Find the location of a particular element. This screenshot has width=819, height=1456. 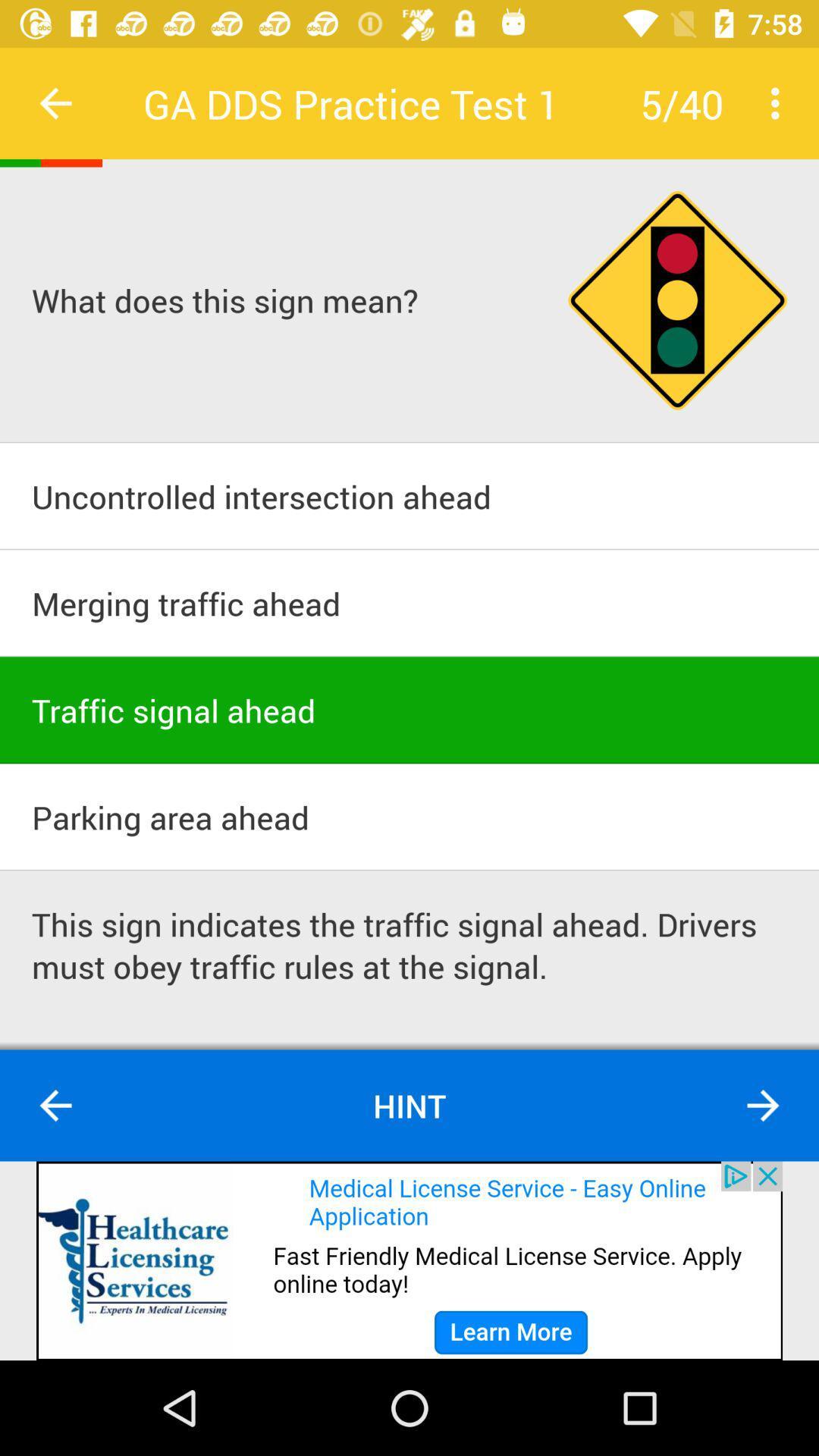

go back is located at coordinates (55, 1106).